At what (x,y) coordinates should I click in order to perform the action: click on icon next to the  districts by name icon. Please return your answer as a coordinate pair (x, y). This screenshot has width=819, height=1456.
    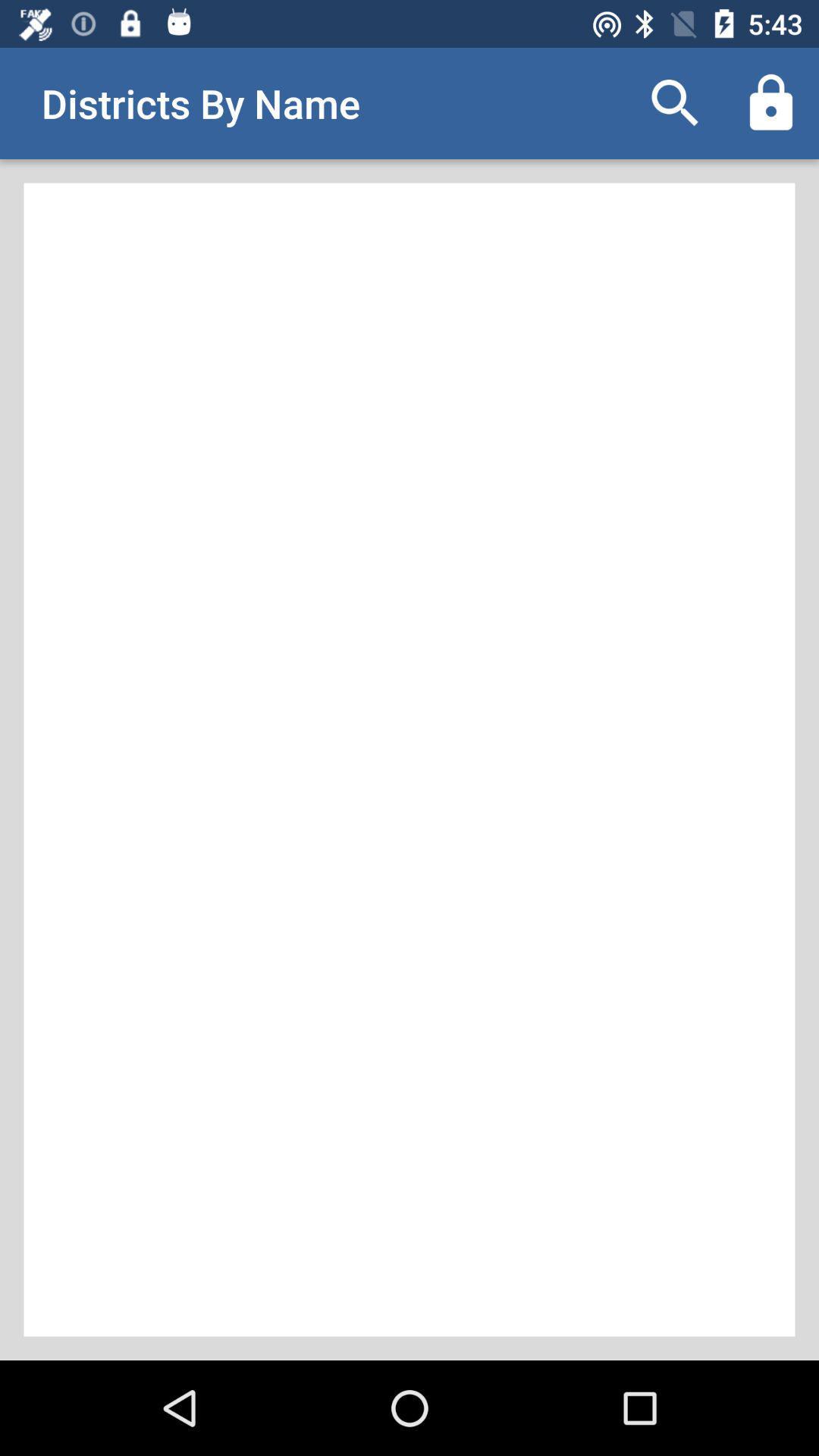
    Looking at the image, I should click on (675, 102).